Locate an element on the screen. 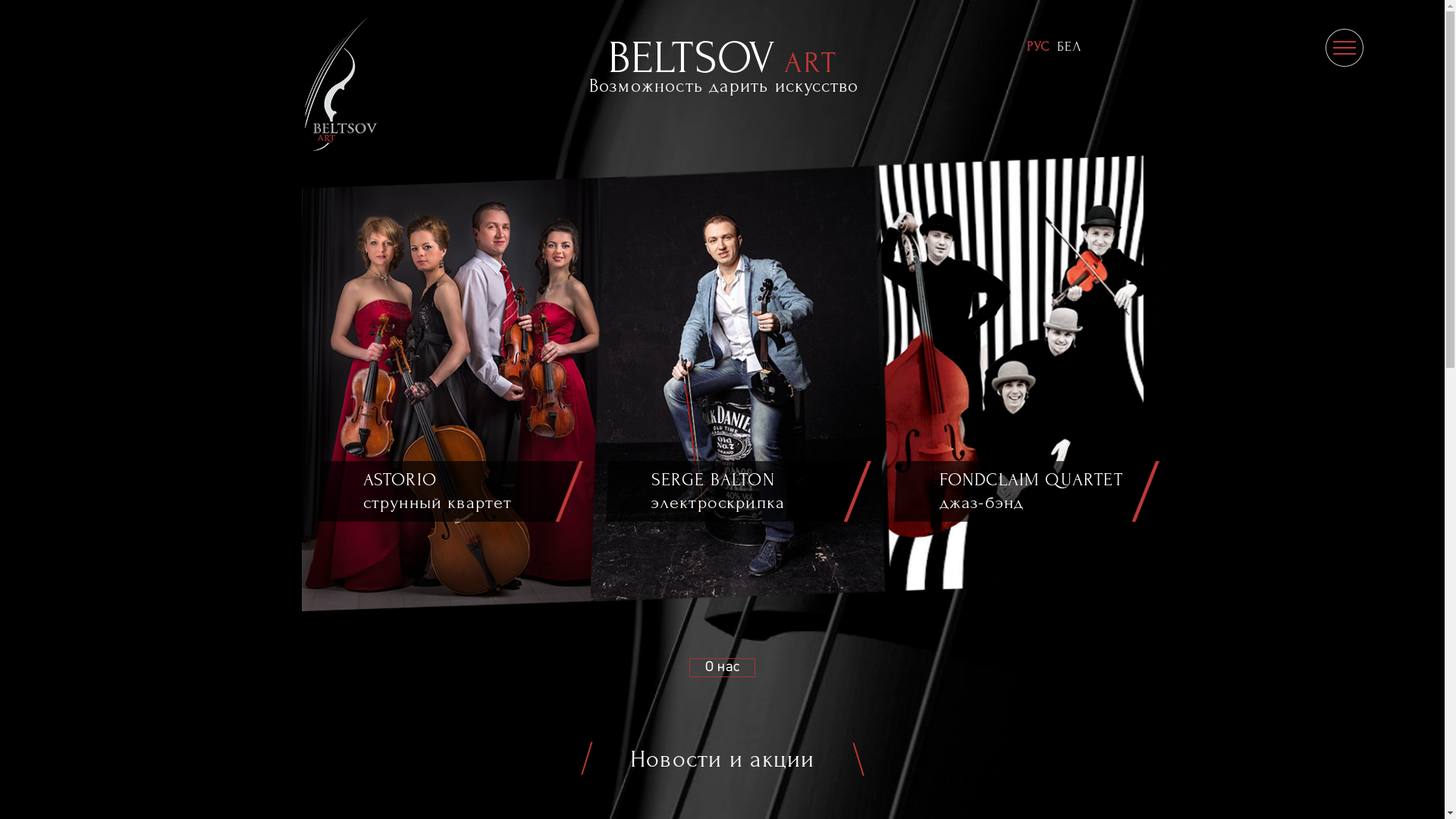 This screenshot has height=819, width=1456. 'Beltsovart.by' is located at coordinates (343, 83).